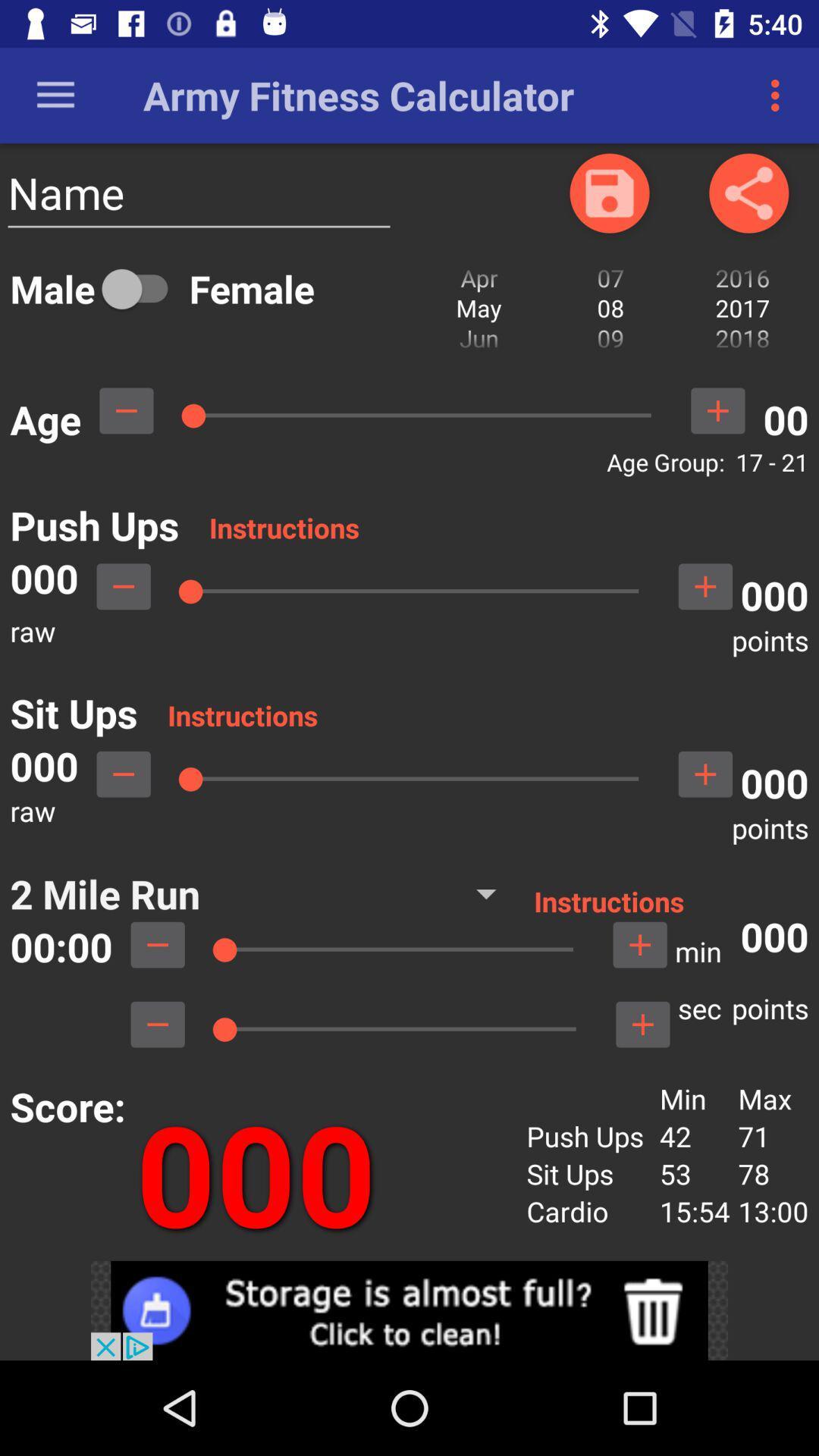 This screenshot has height=1456, width=819. Describe the element at coordinates (705, 774) in the screenshot. I see `selct the button` at that location.